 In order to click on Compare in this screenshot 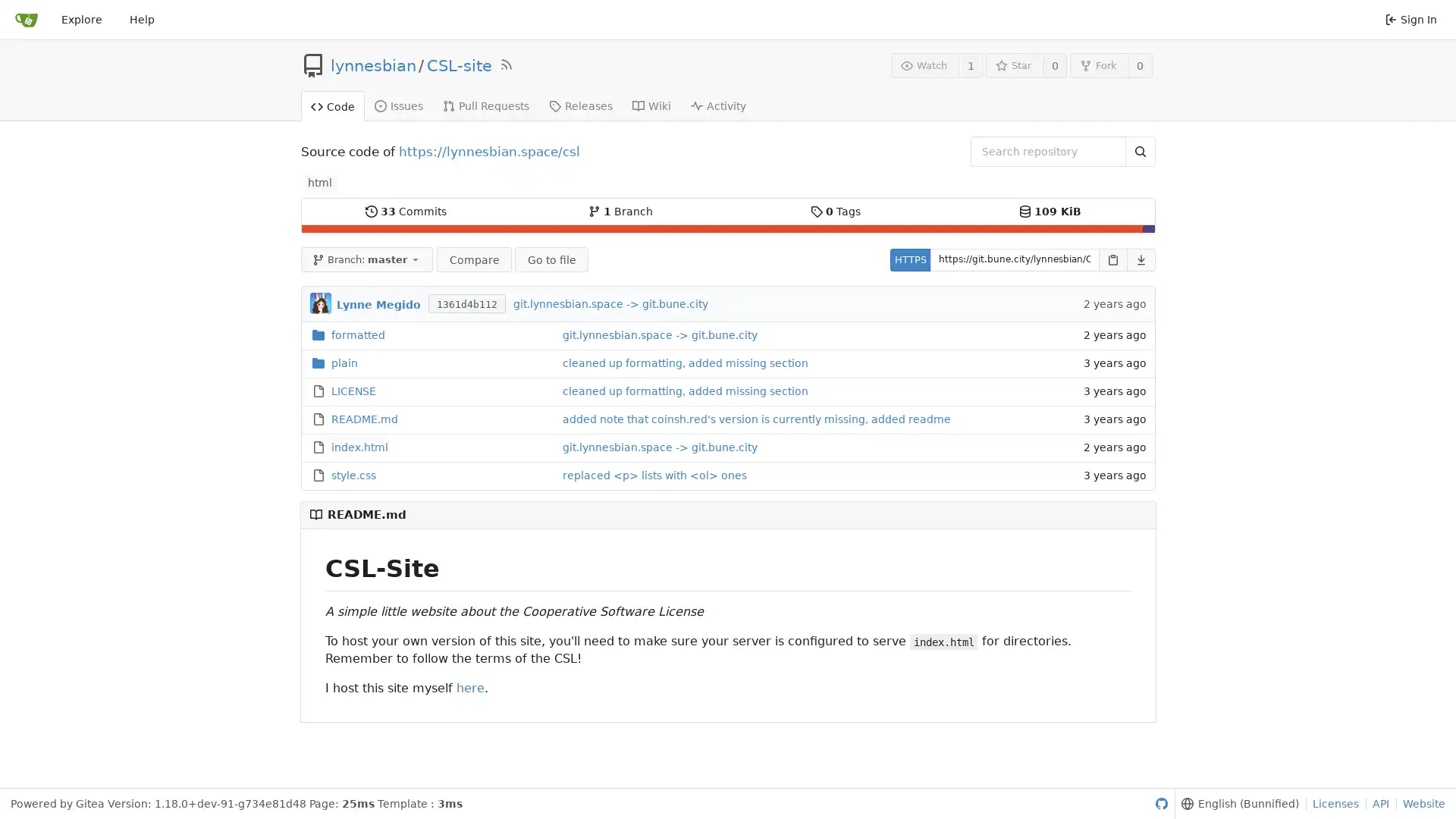, I will do `click(472, 259)`.